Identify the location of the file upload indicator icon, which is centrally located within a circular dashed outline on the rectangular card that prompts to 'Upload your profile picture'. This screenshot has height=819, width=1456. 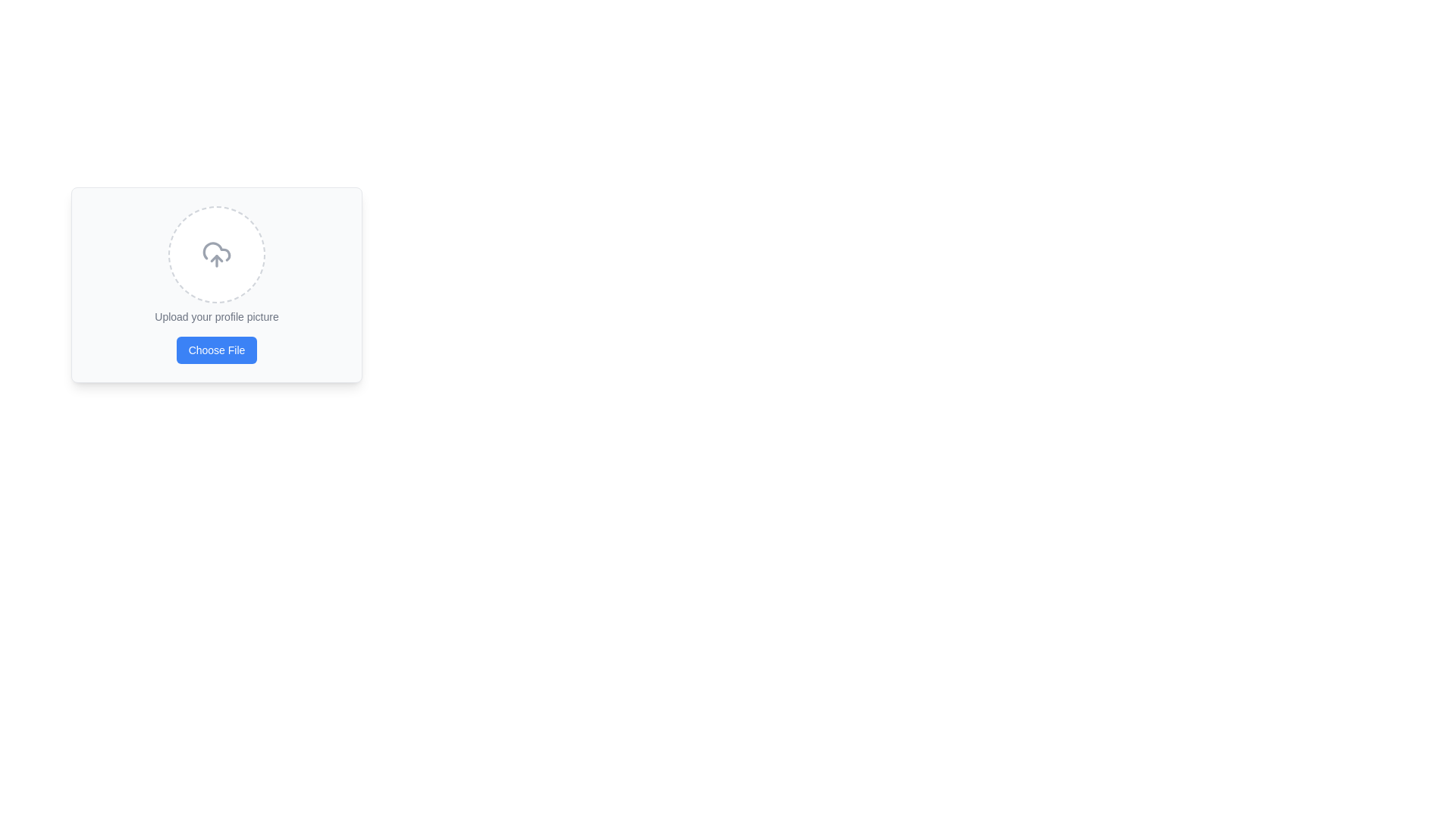
(215, 253).